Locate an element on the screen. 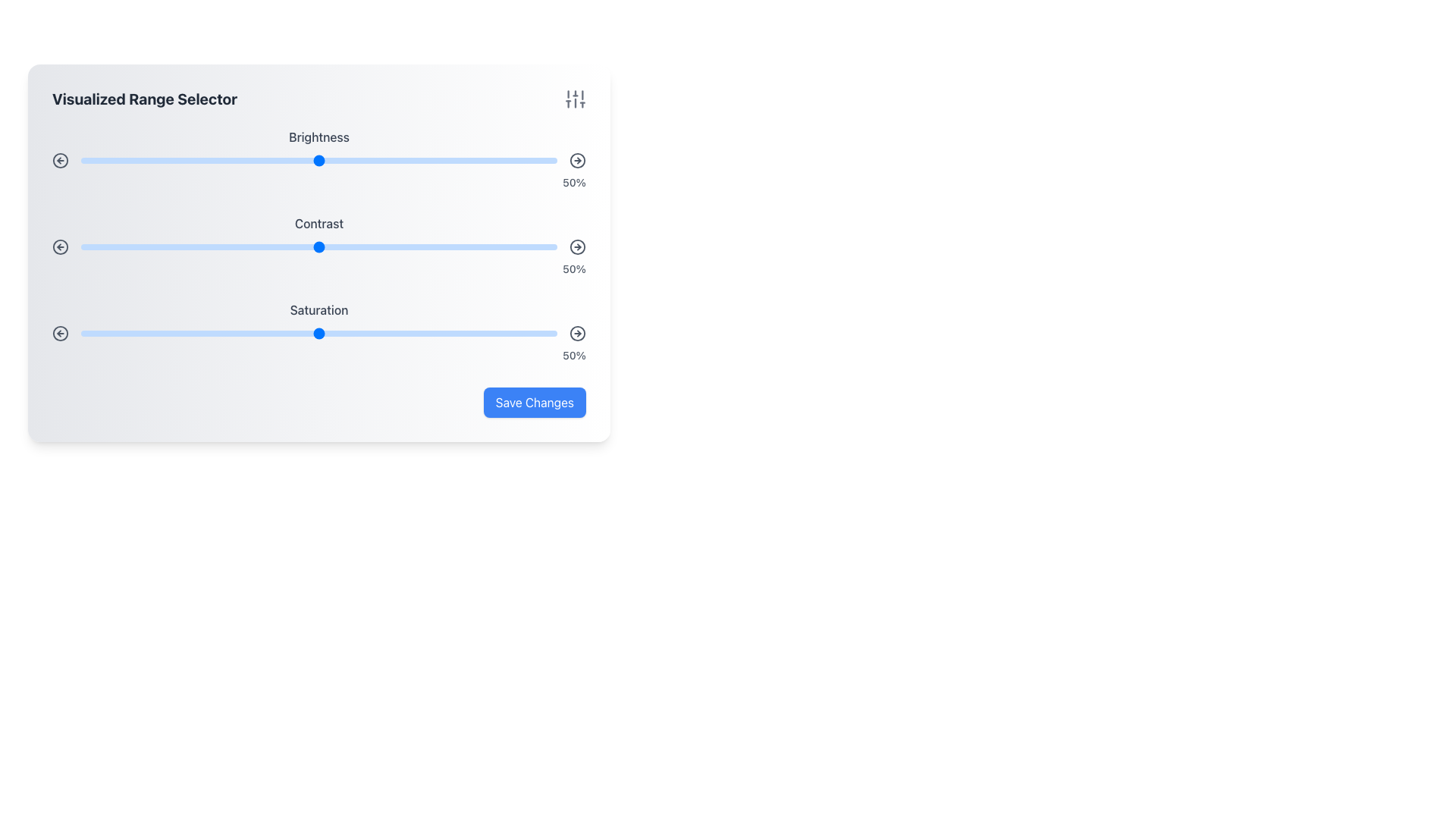 This screenshot has width=1456, height=819. the submit button located at the bottom-right corner of the settings interface to receive keyboard interactions is located at coordinates (535, 402).